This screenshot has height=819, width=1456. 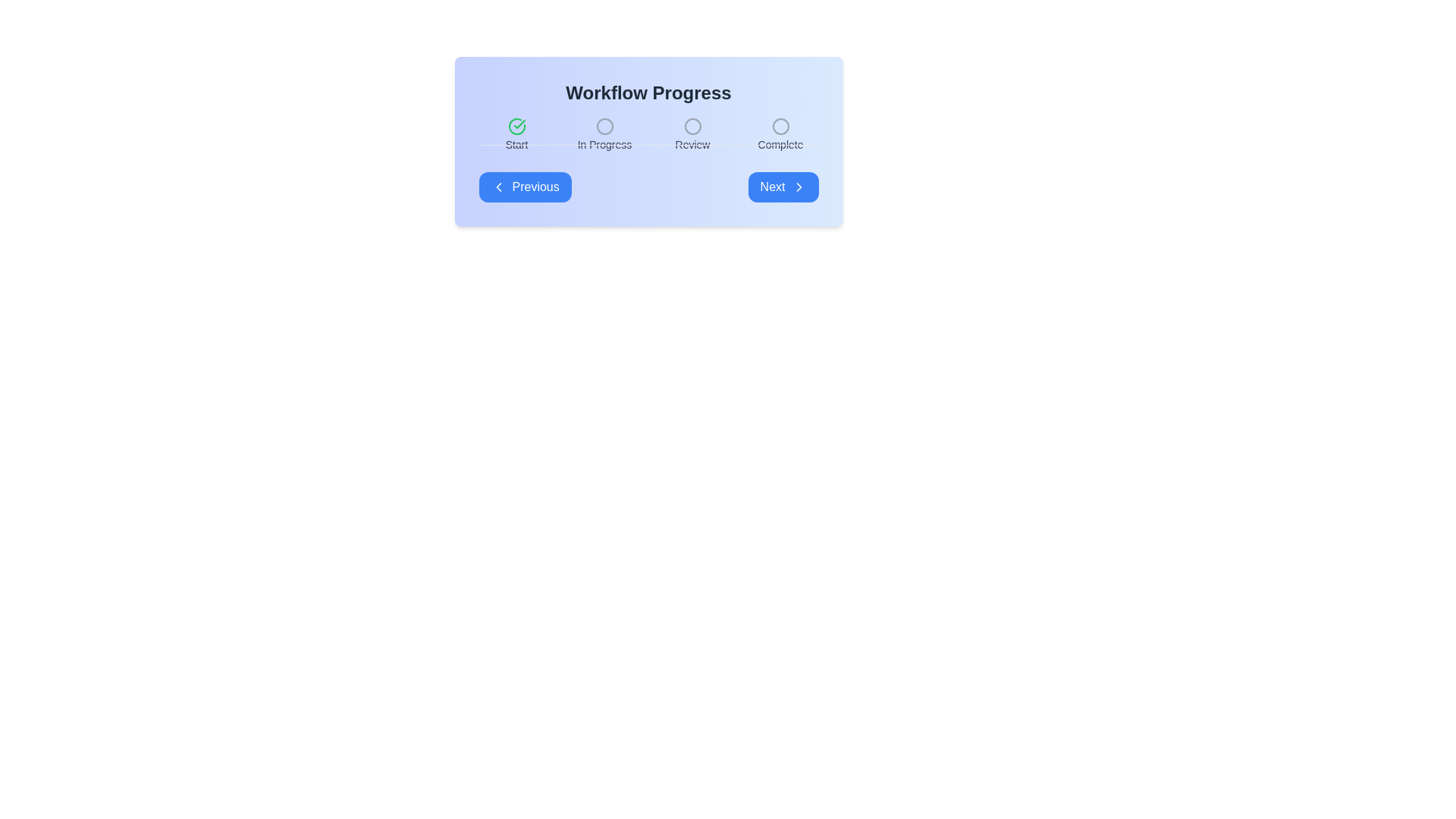 What do you see at coordinates (498, 186) in the screenshot?
I see `the chevron icon located to the left of the 'Previous' button in the lower-left corner of the workflow interface` at bounding box center [498, 186].